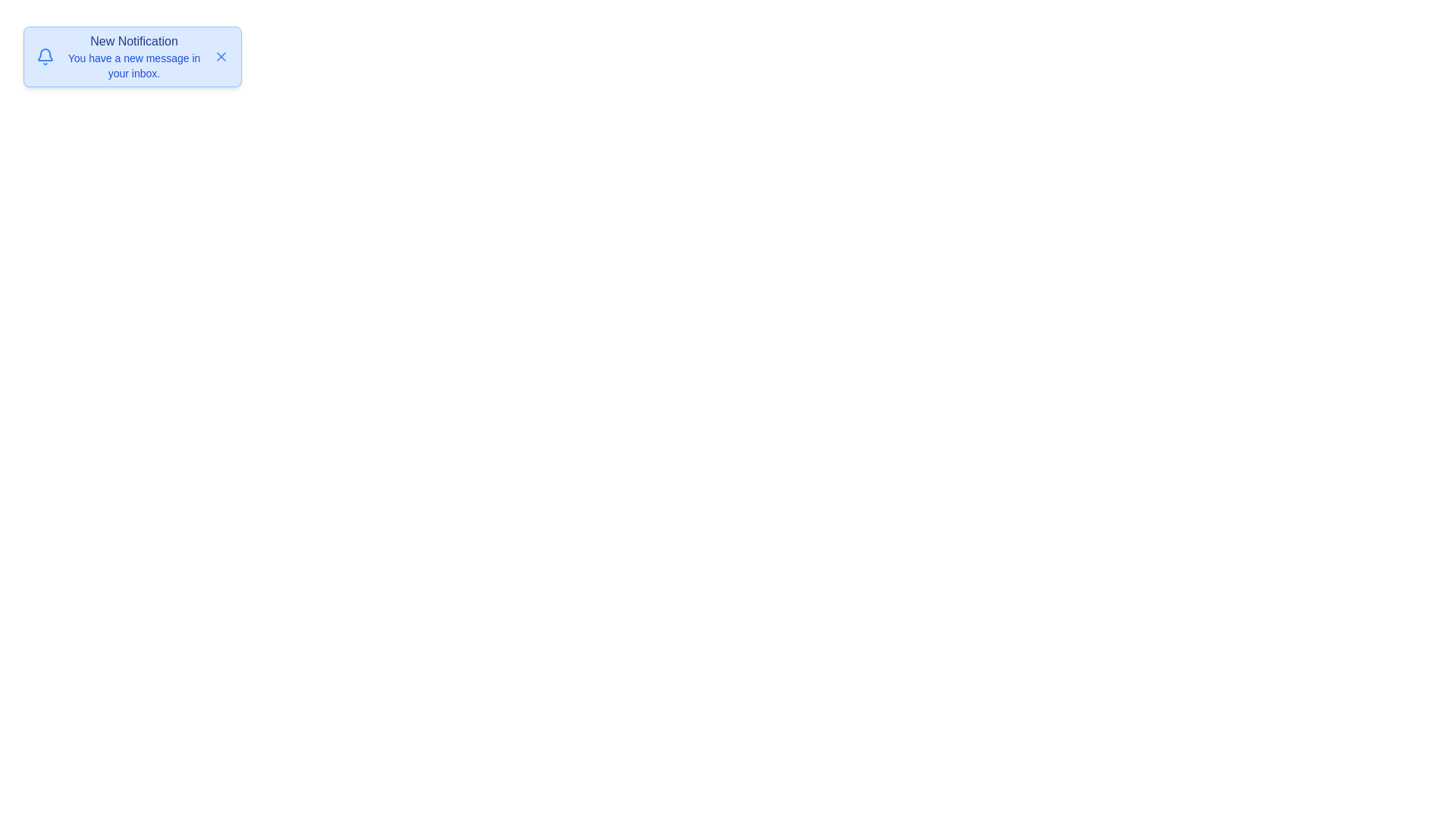  What do you see at coordinates (221, 55) in the screenshot?
I see `the close button located in the top-right corner of the blue notification card` at bounding box center [221, 55].